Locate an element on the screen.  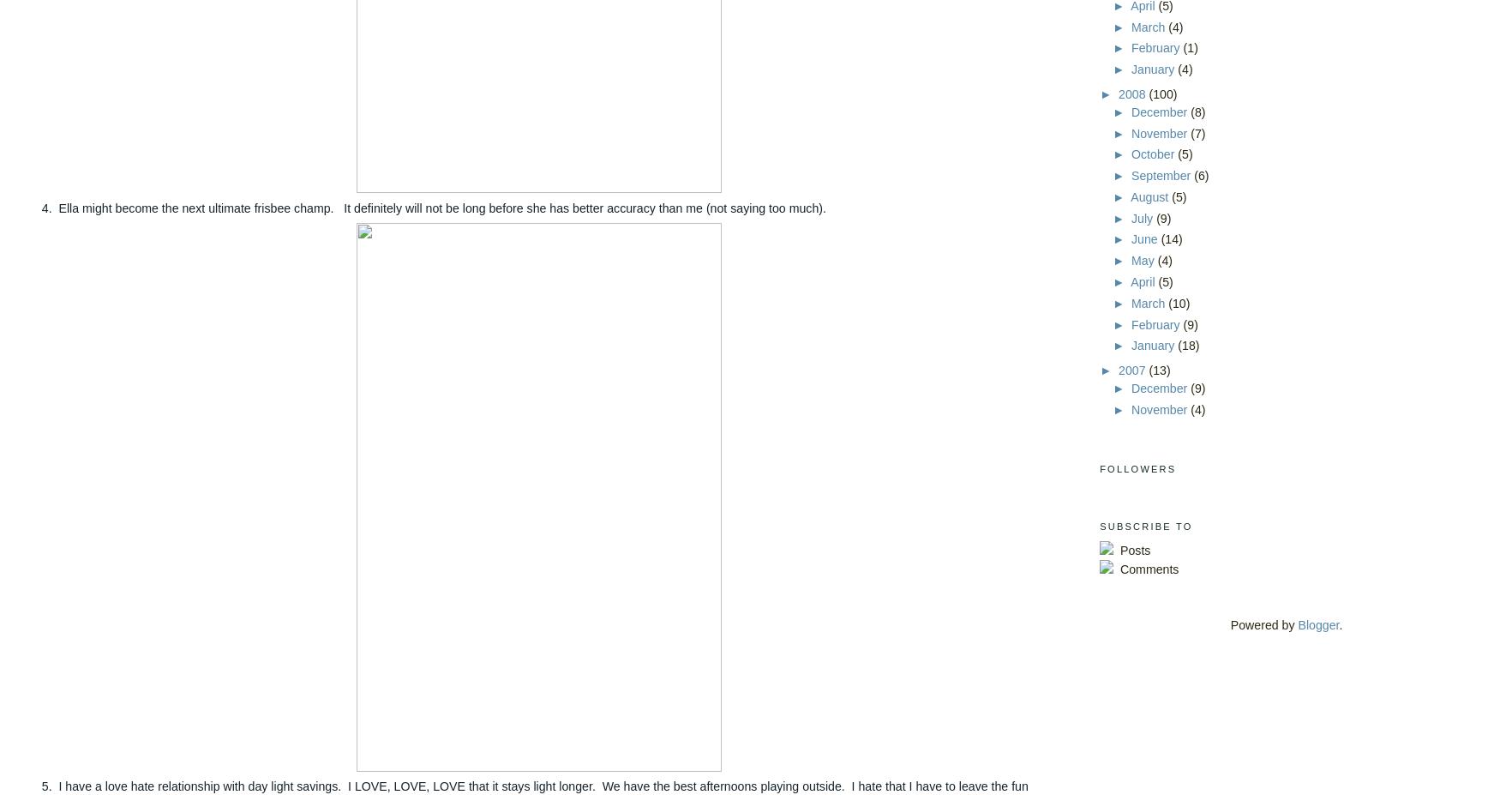
'Posts' is located at coordinates (1133, 549).